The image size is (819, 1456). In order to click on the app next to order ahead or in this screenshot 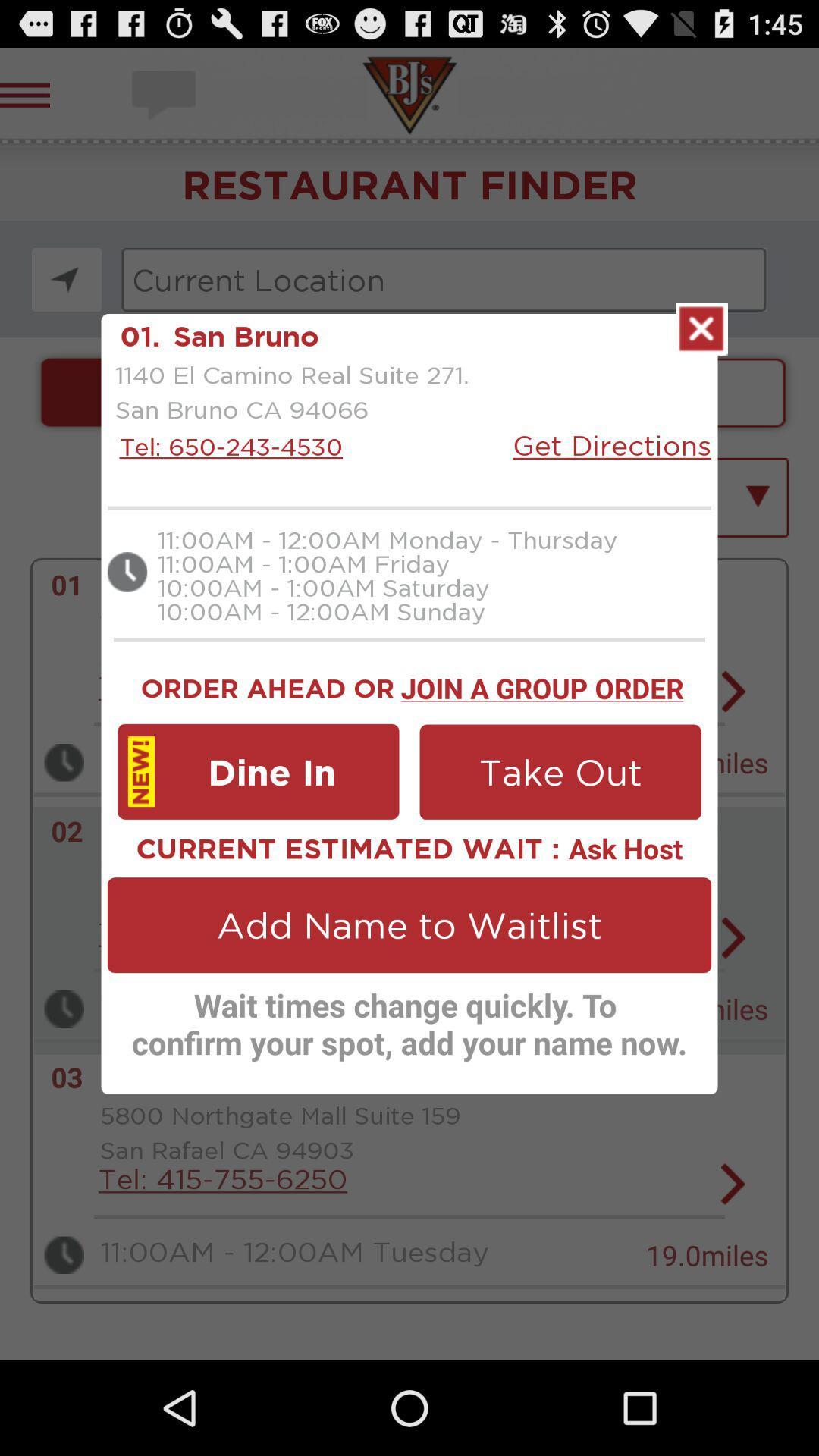, I will do `click(541, 685)`.